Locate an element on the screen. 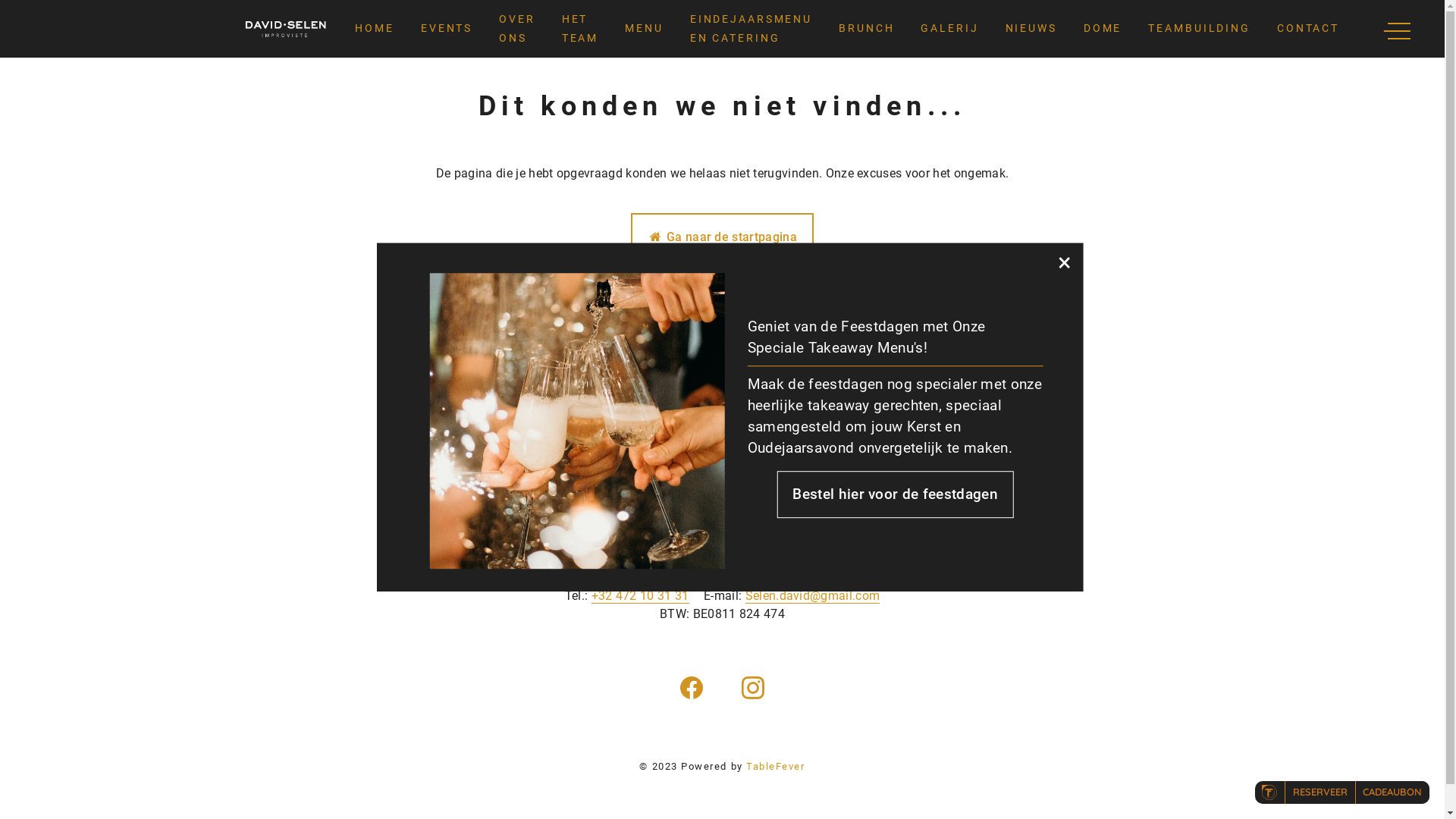 This screenshot has height=819, width=1456. 'TableFever' is located at coordinates (775, 766).